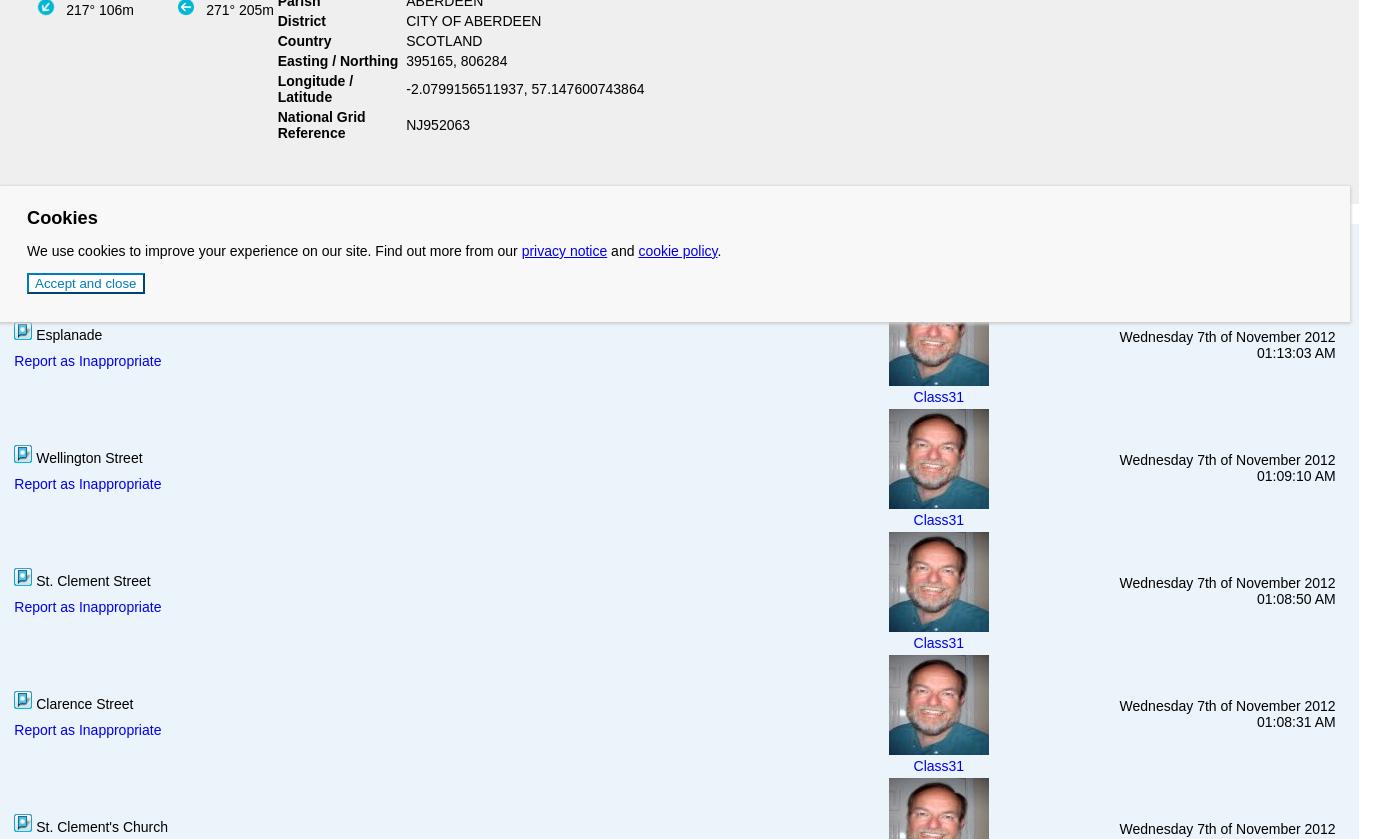  What do you see at coordinates (337, 59) in the screenshot?
I see `'Easting / Northing'` at bounding box center [337, 59].